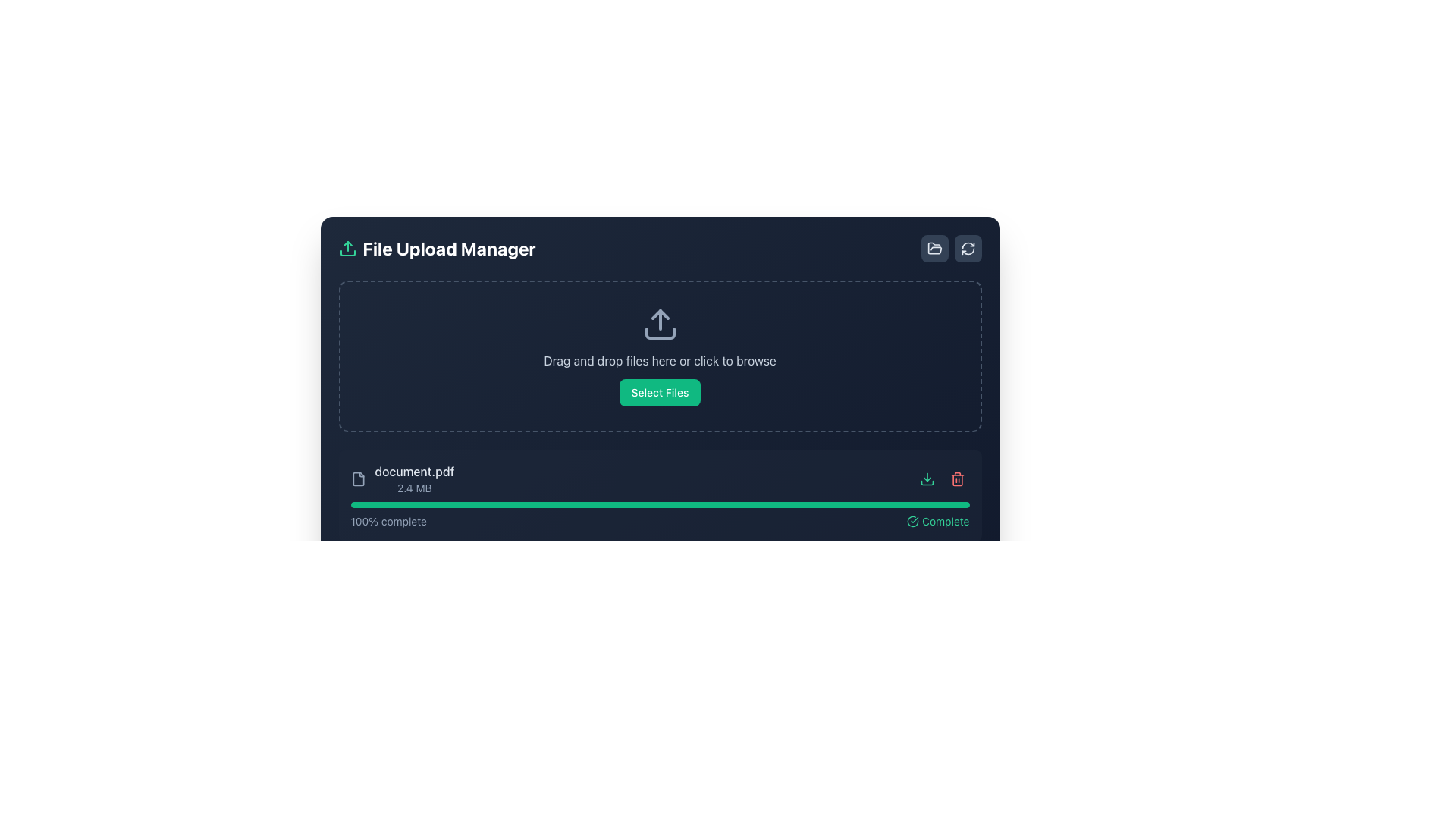 The width and height of the screenshot is (1456, 819). What do you see at coordinates (357, 479) in the screenshot?
I see `the non-interactive file icon located in the upload list section, to the left of the filename 'document.pdf' and its size information '2.4 MB'` at bounding box center [357, 479].